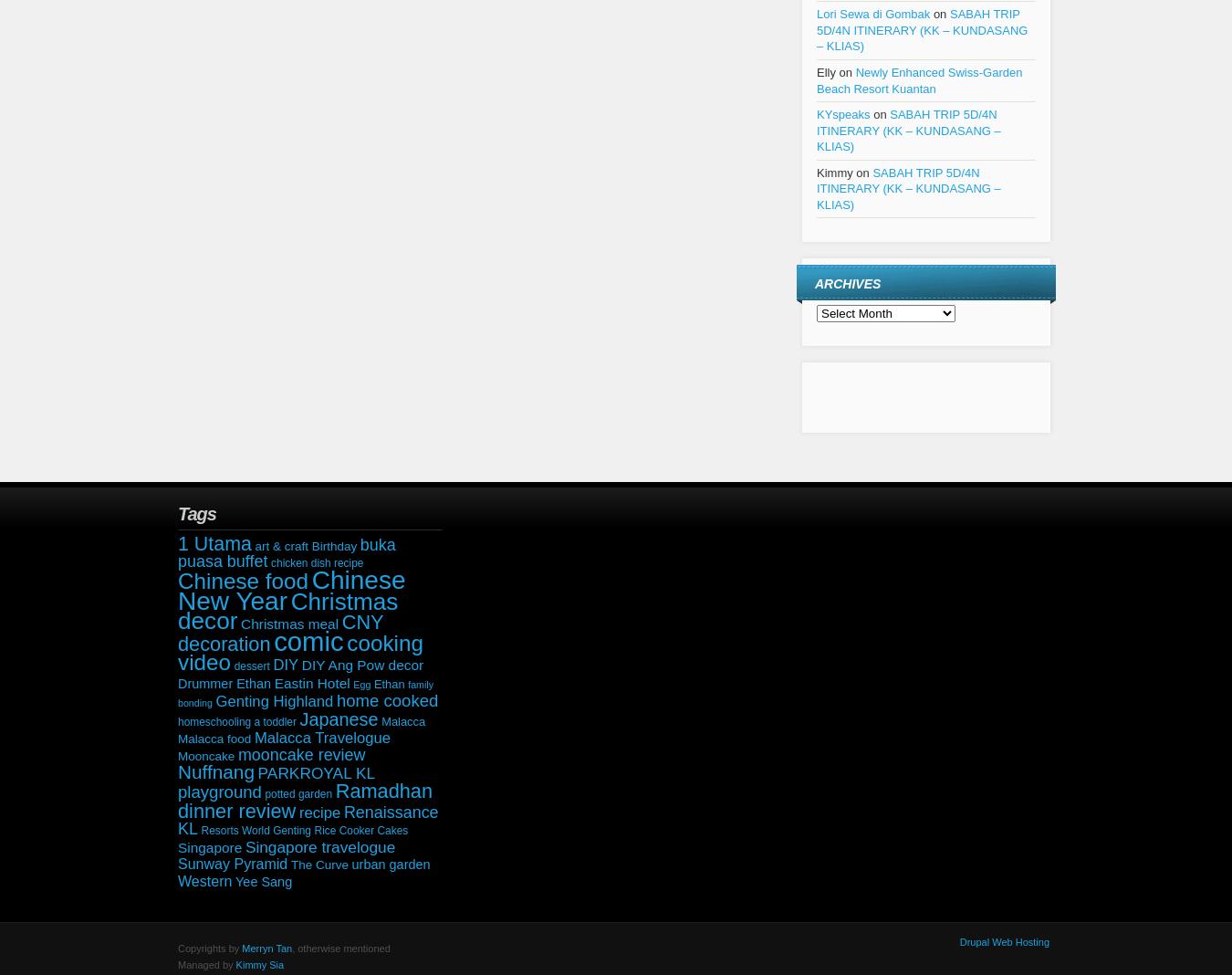 This screenshot has width=1232, height=975. Describe the element at coordinates (209, 948) in the screenshot. I see `'Copyrights by'` at that location.